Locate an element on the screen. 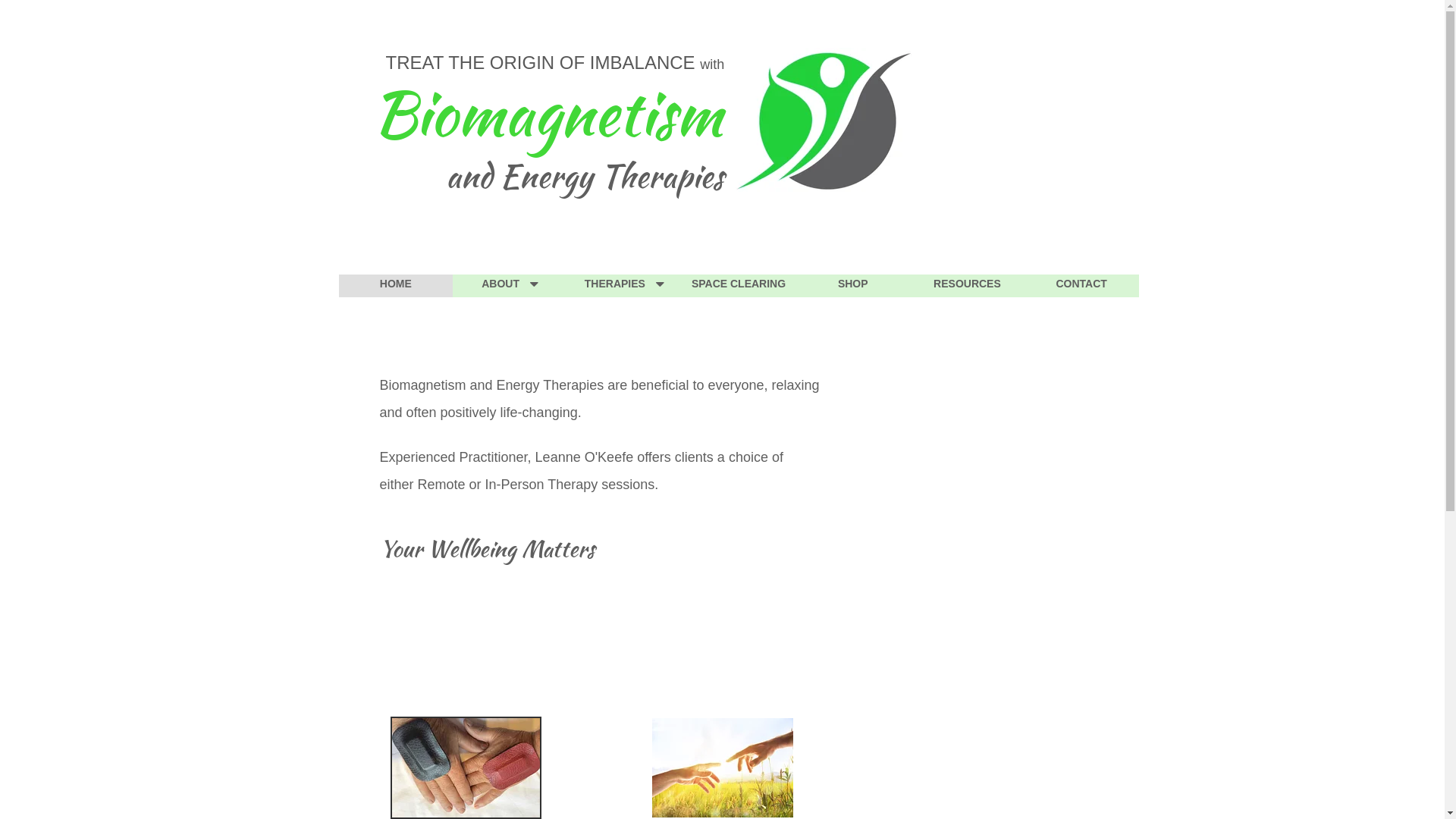 The width and height of the screenshot is (1456, 819). 'SHOP' is located at coordinates (852, 286).